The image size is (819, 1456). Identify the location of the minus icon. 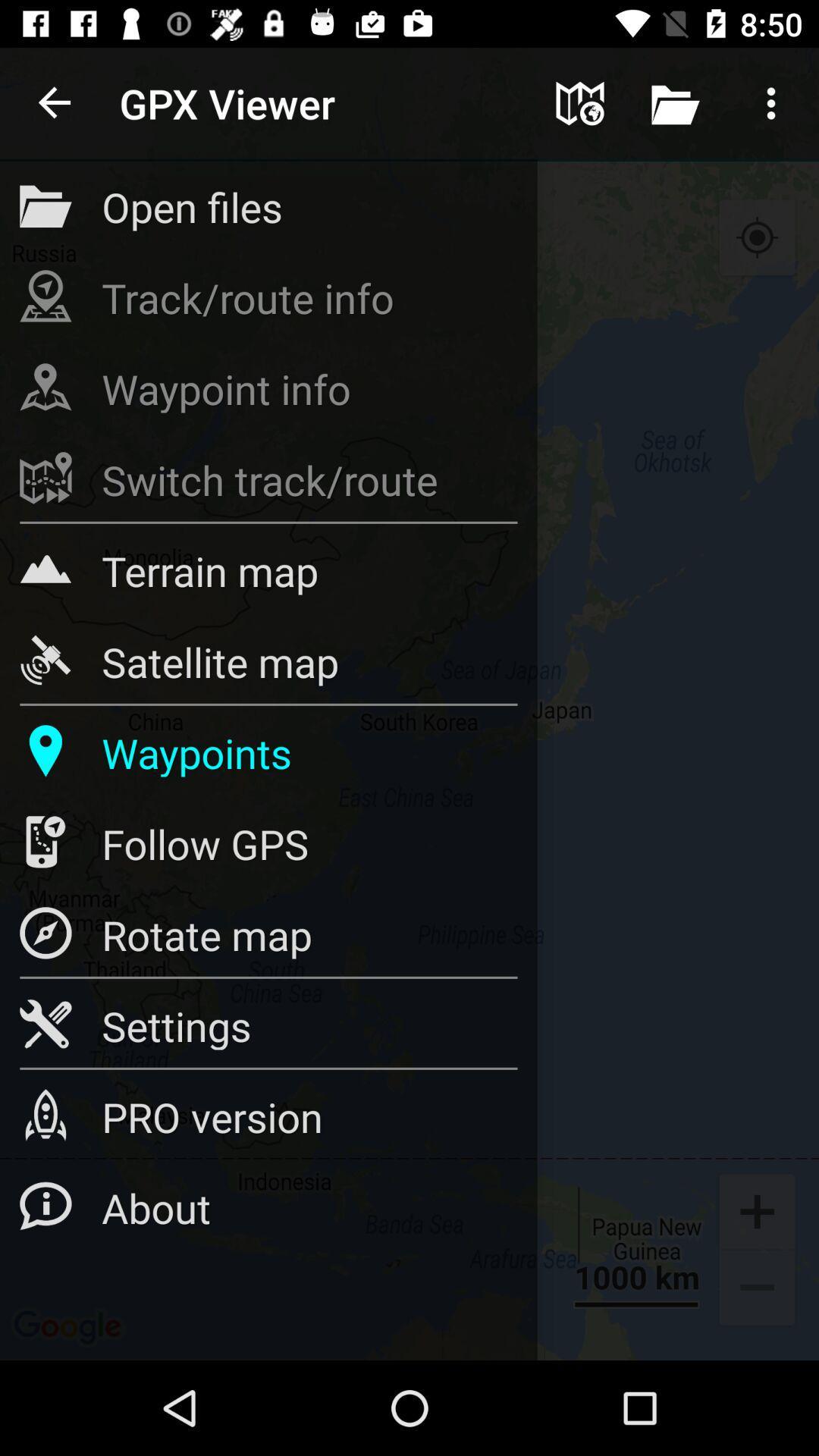
(757, 1288).